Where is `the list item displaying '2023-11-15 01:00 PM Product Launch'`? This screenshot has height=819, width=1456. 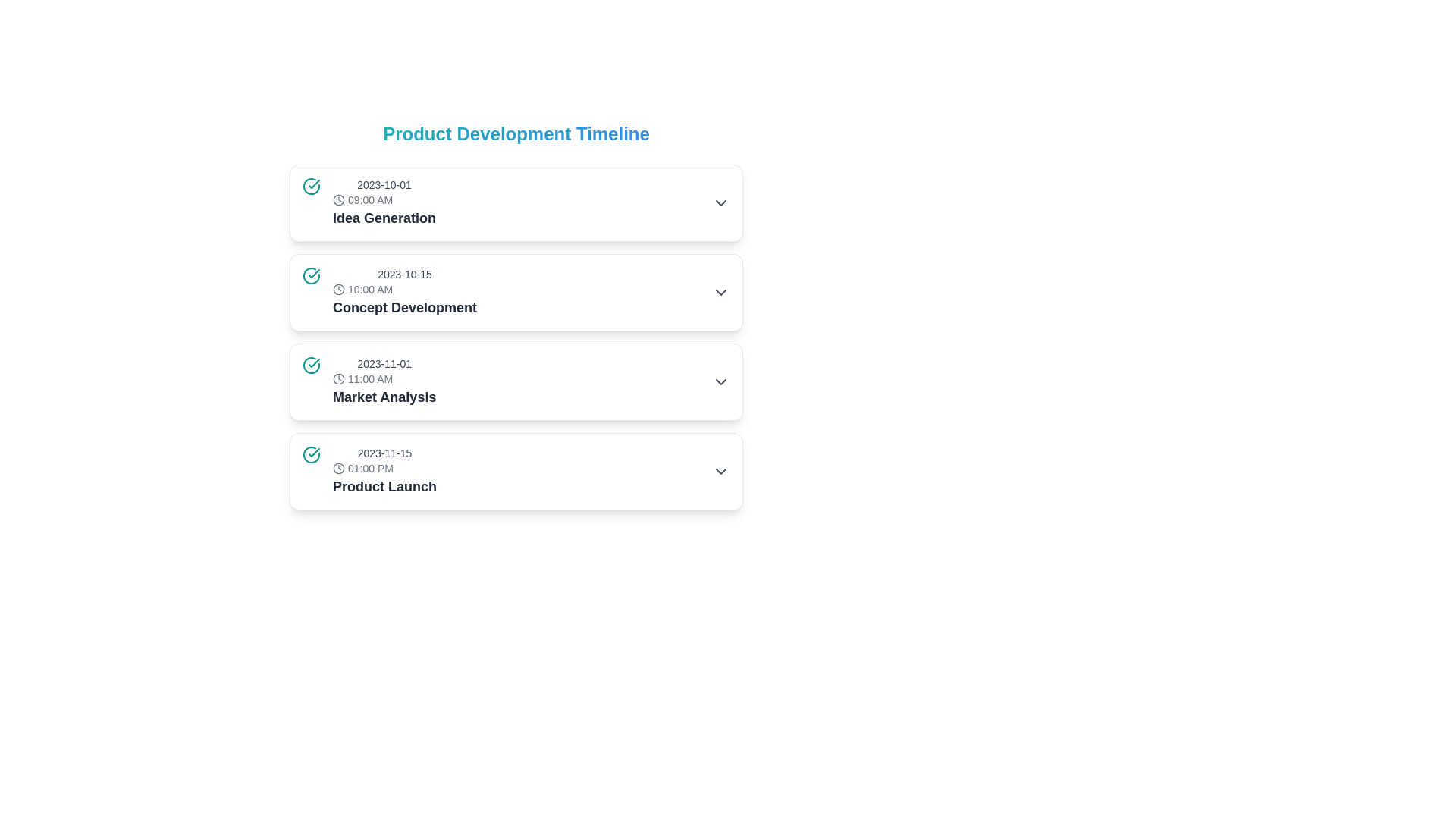 the list item displaying '2023-11-15 01:00 PM Product Launch' is located at coordinates (516, 470).